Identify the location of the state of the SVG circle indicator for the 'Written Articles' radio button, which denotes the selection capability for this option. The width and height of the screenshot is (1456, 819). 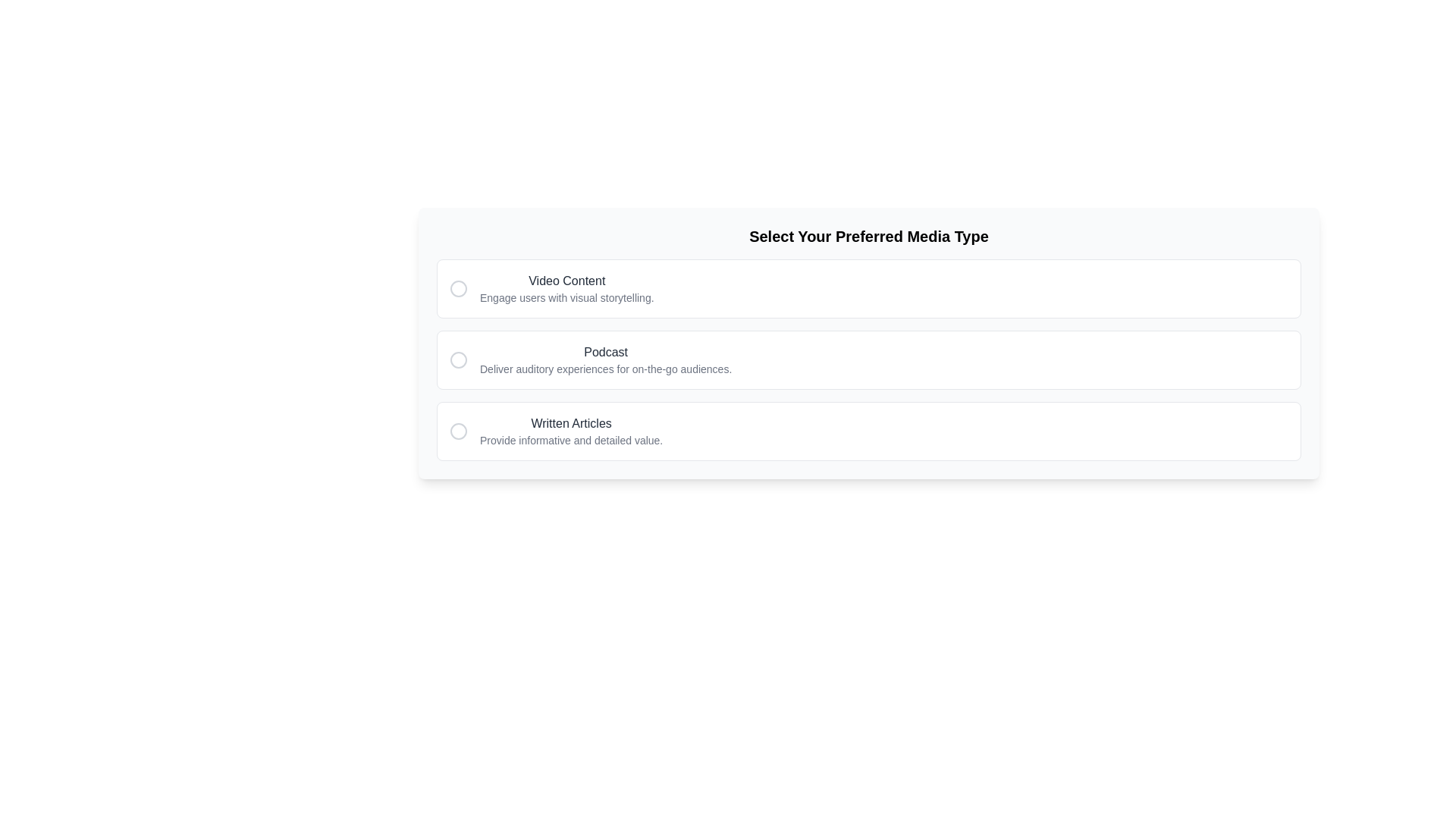
(457, 431).